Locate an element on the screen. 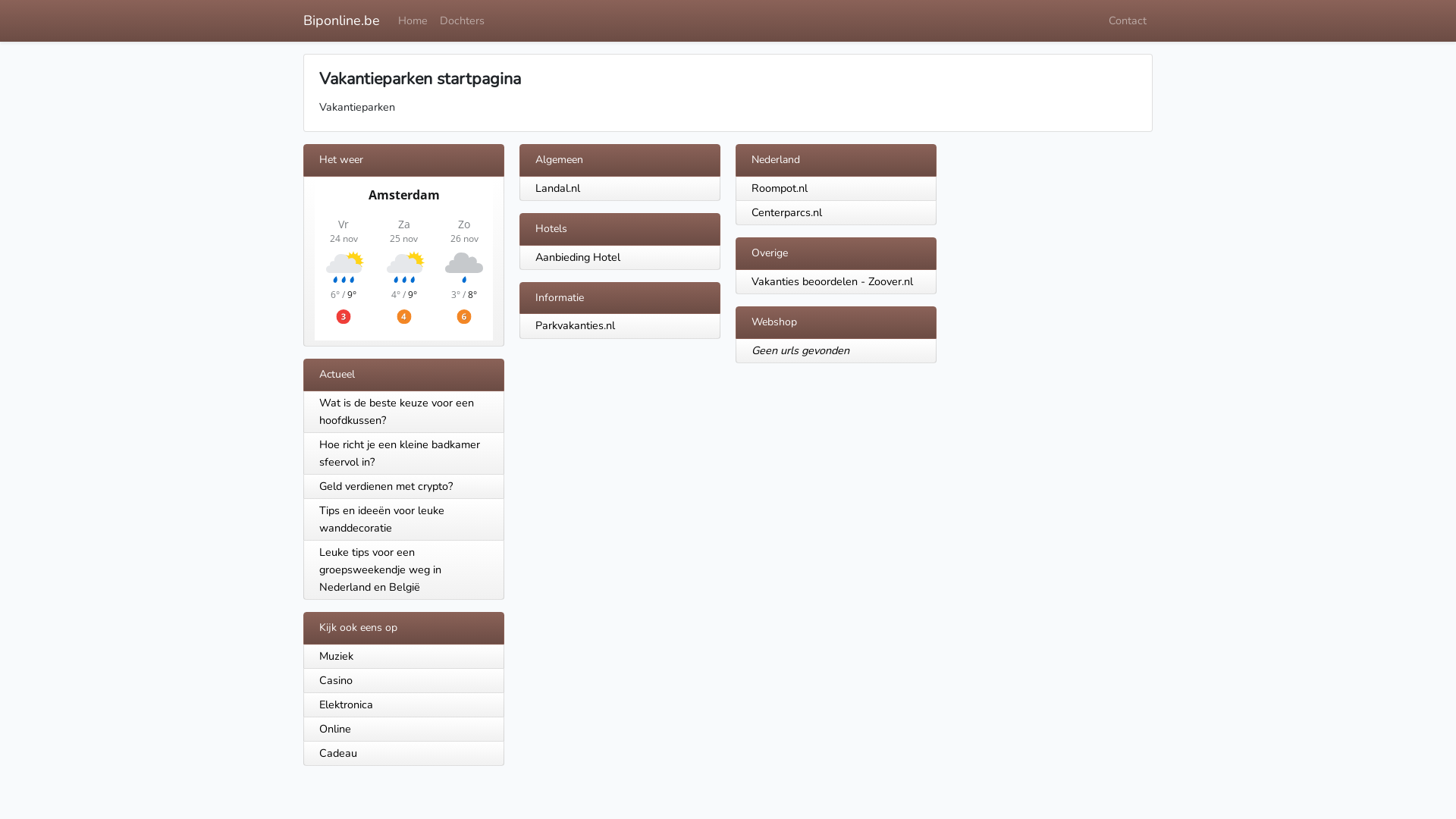  'Geld verdienen met crypto?' is located at coordinates (403, 486).